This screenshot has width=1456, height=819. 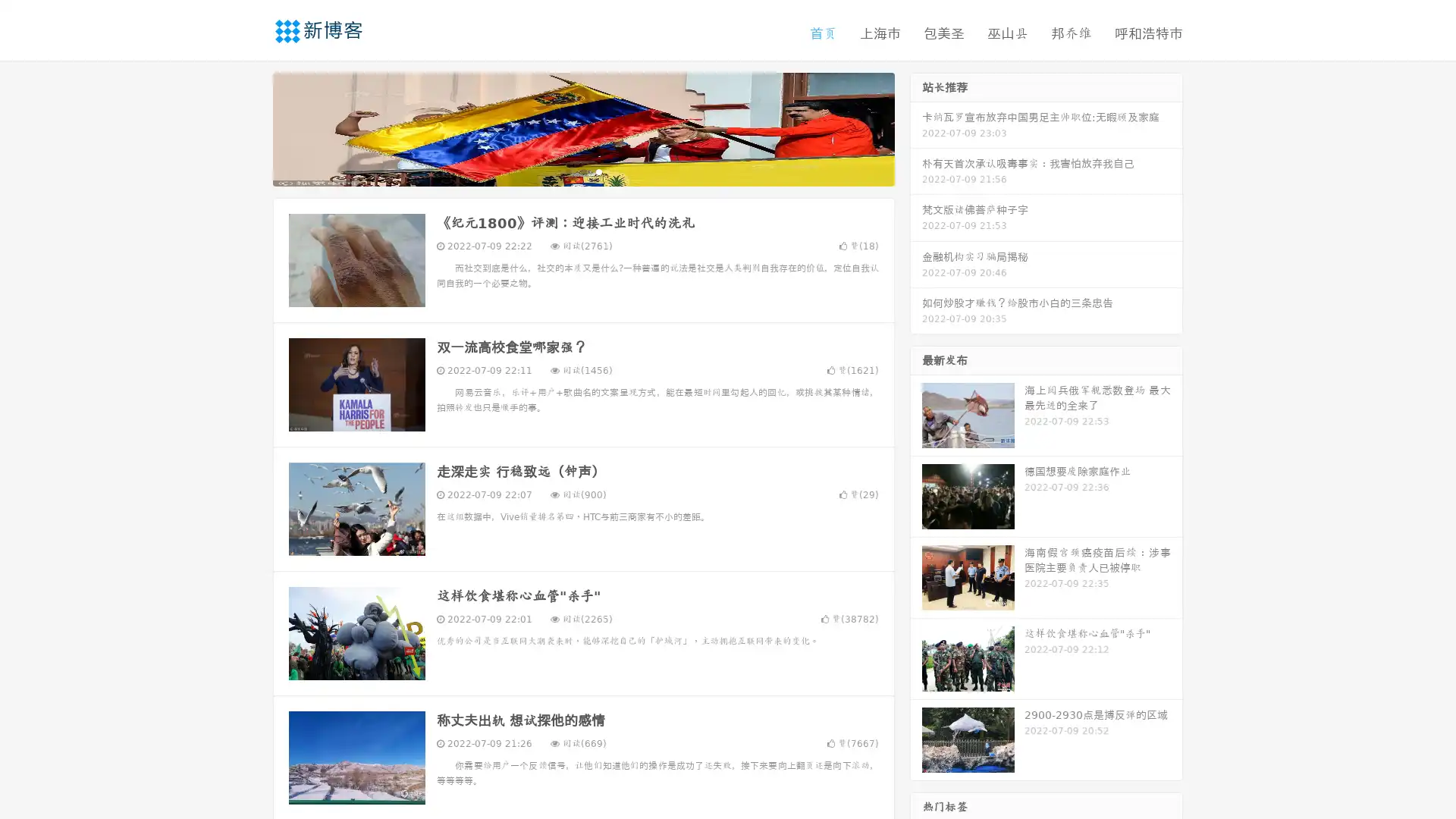 What do you see at coordinates (916, 127) in the screenshot?
I see `Next slide` at bounding box center [916, 127].